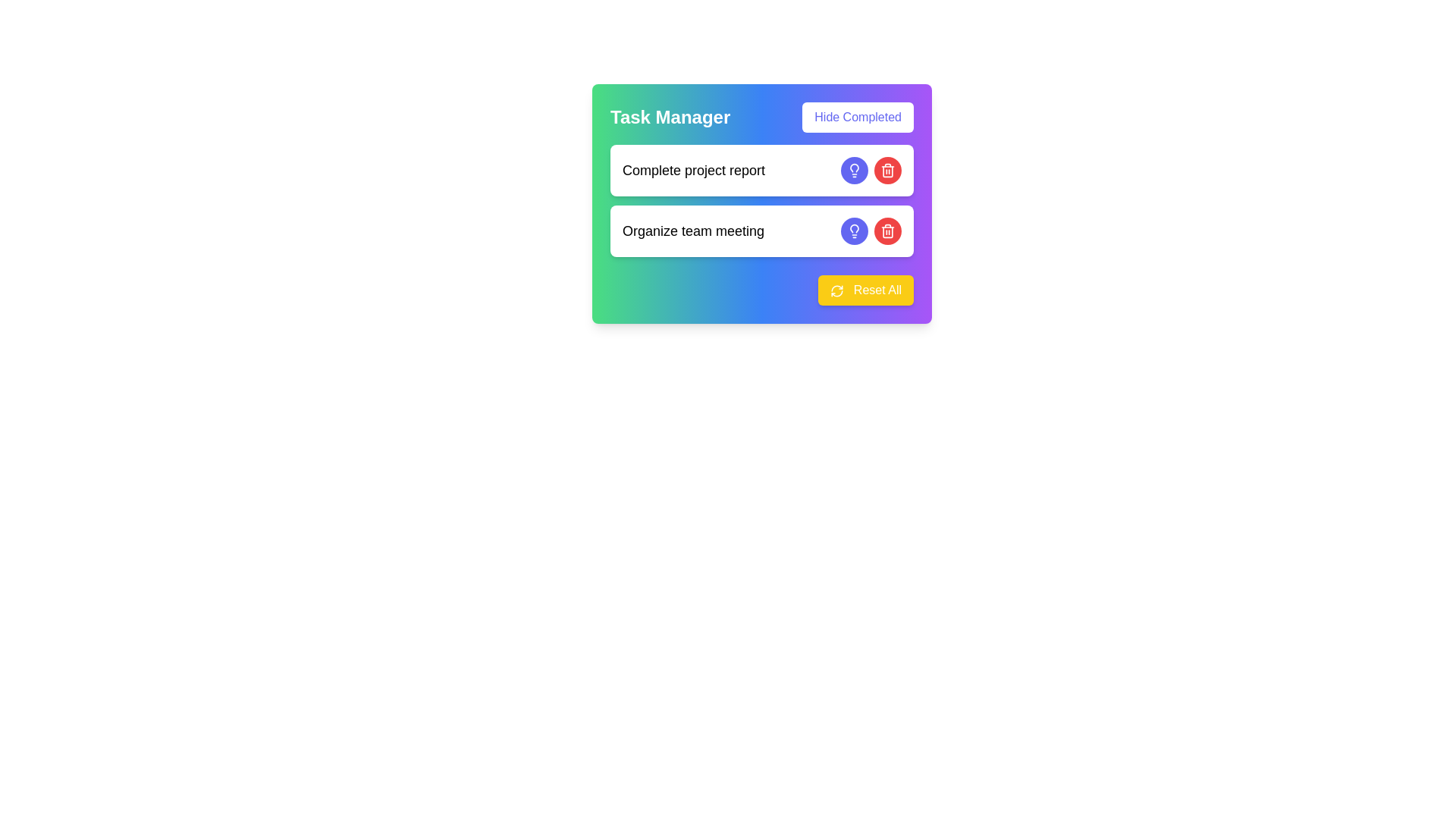 This screenshot has height=819, width=1456. I want to click on the toggle button for completed tasks in the task manager interface, so click(858, 116).